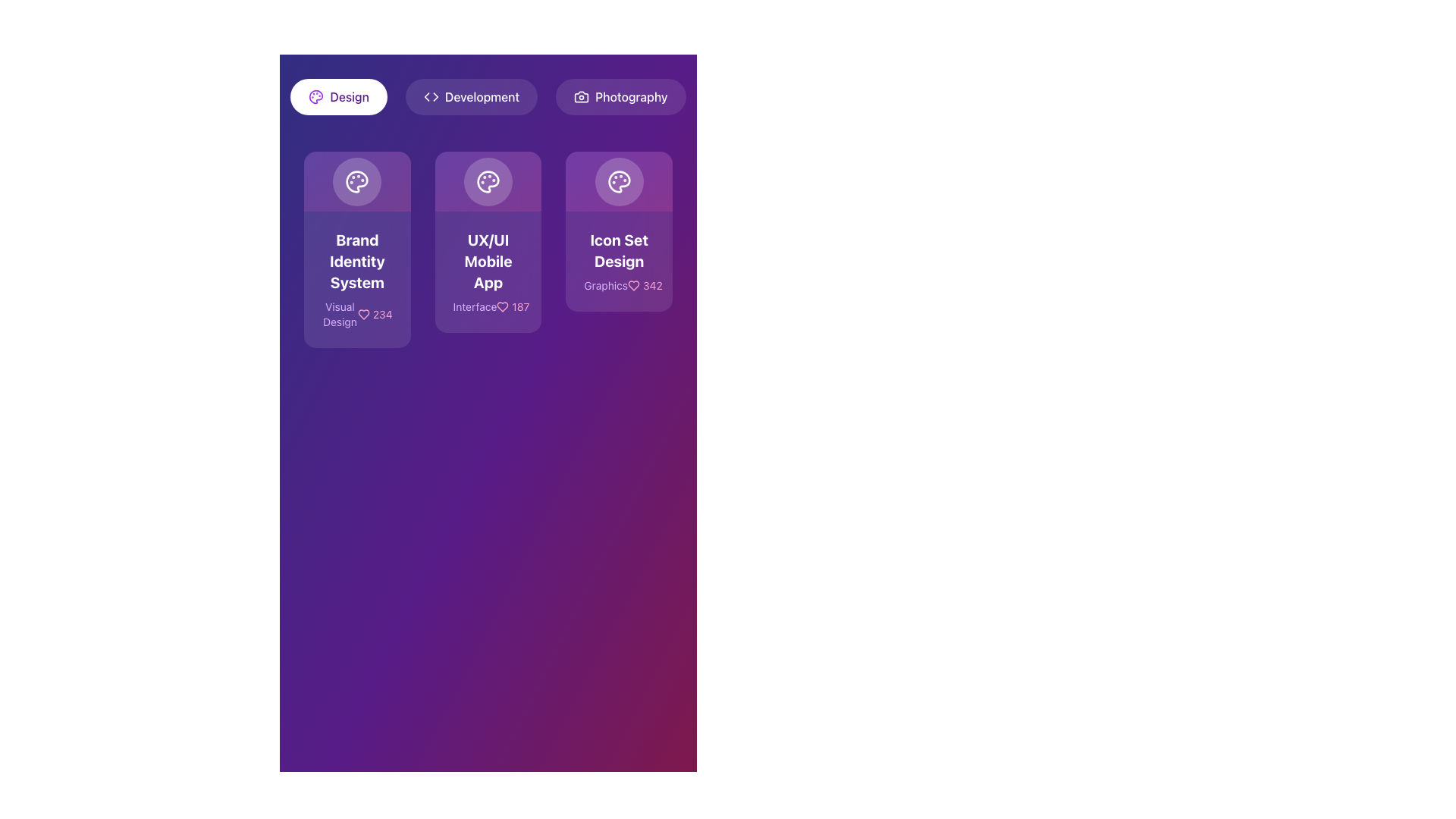  Describe the element at coordinates (631, 96) in the screenshot. I see `the 'Photography' category label located in the rightmost position of the navigation bar` at that location.